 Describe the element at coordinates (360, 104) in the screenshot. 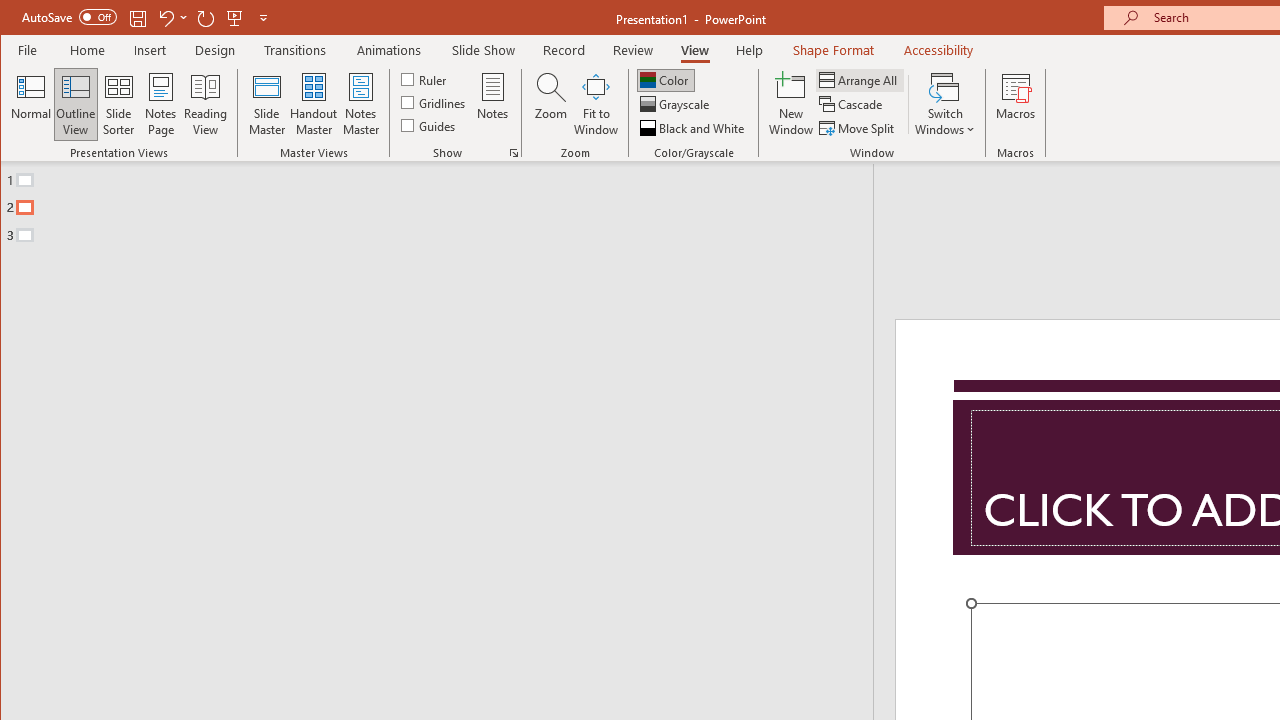

I see `'Notes Master'` at that location.